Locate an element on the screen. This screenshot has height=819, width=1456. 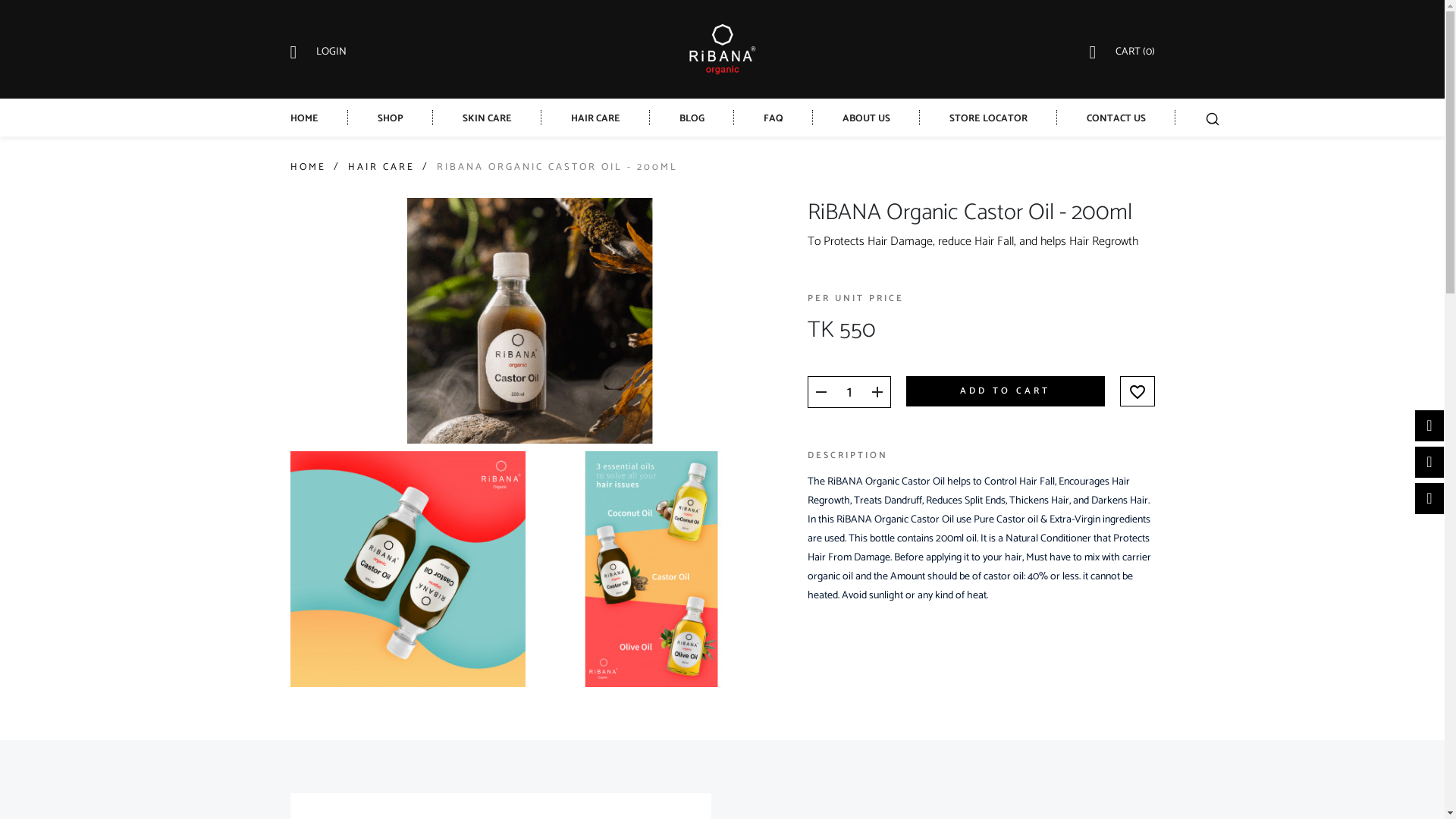
'favorite_border' is located at coordinates (1136, 391).